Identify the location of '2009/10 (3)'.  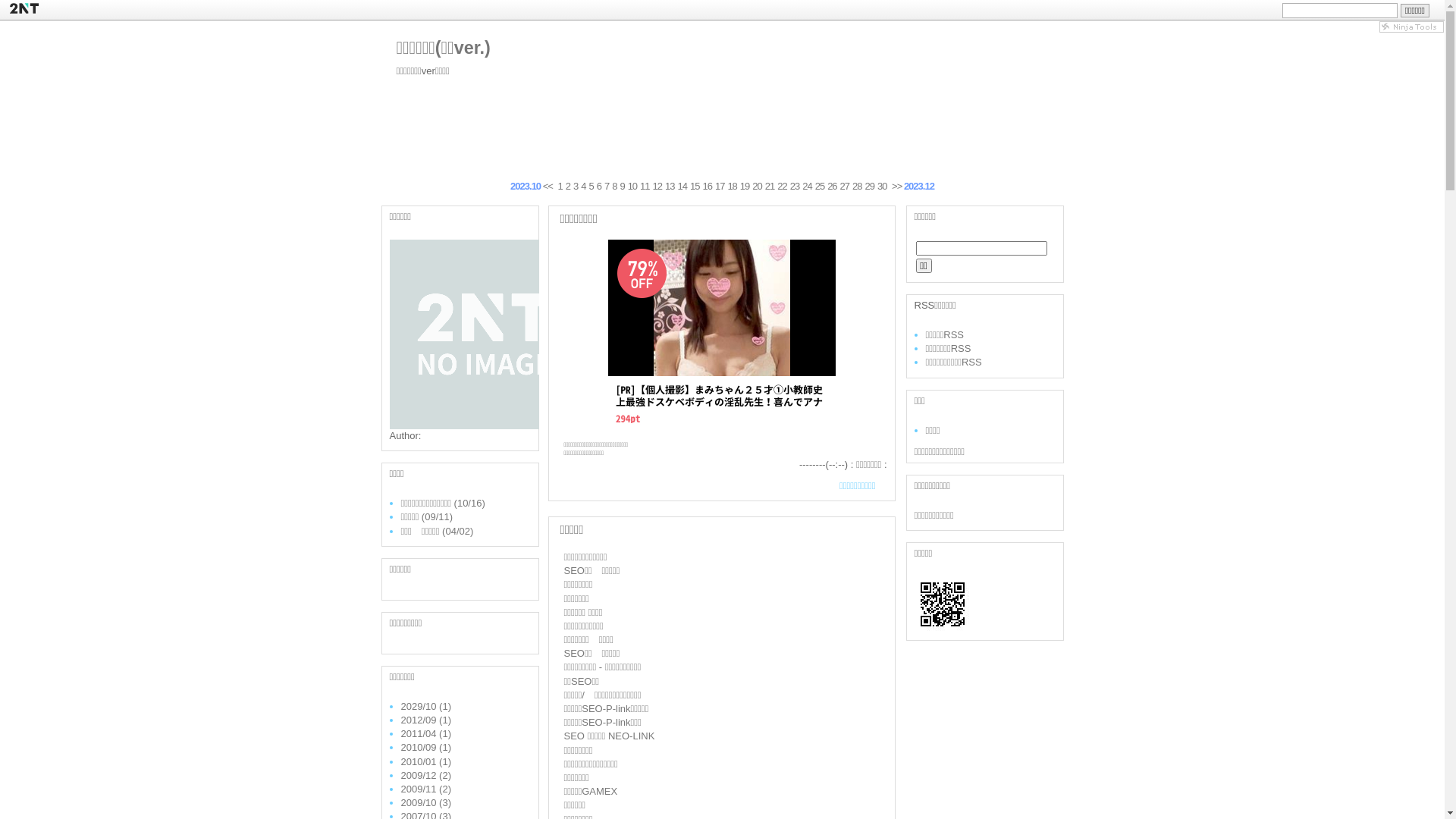
(400, 802).